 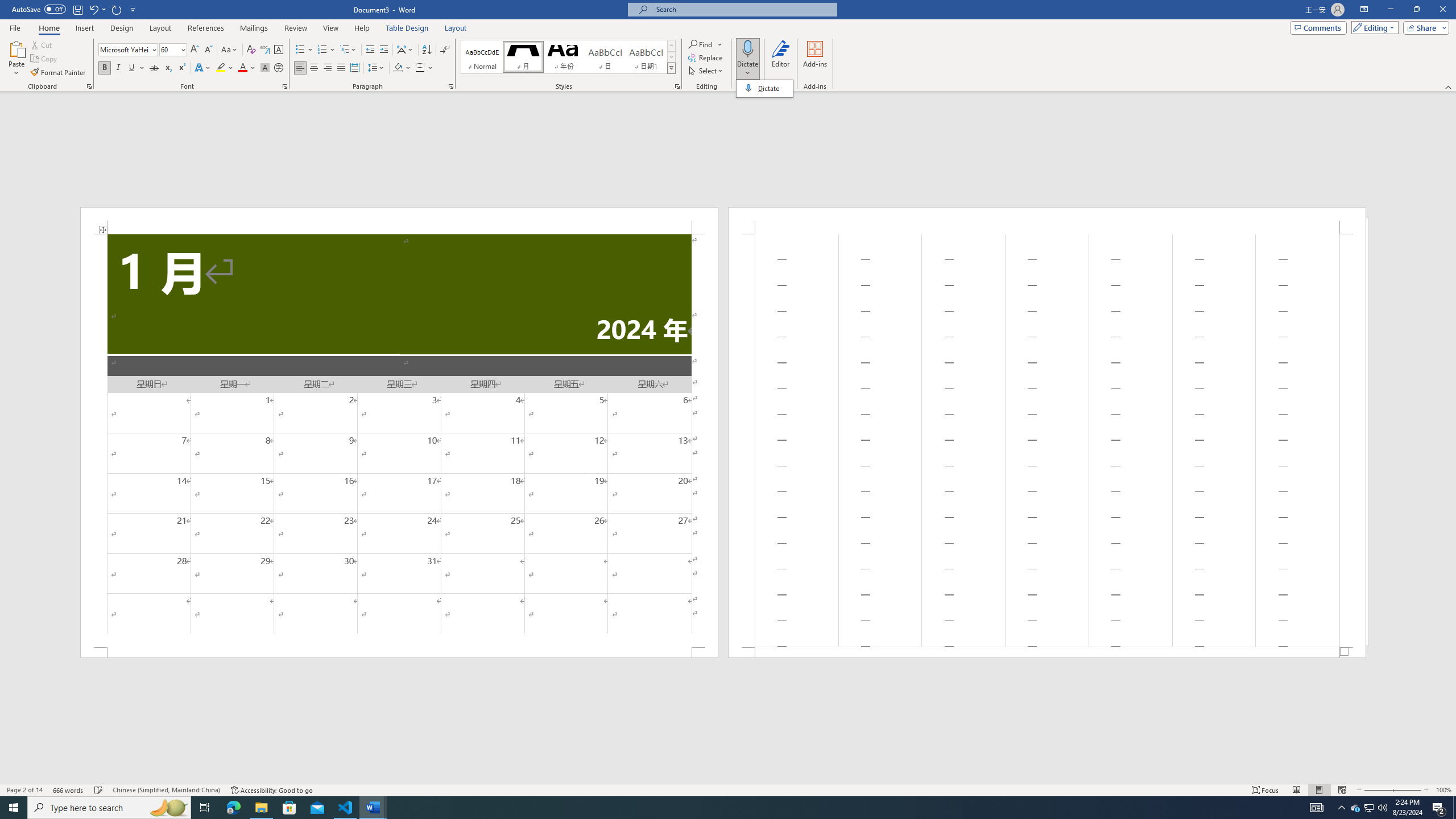 I want to click on 'Microsoft Edge', so click(x=233, y=806).